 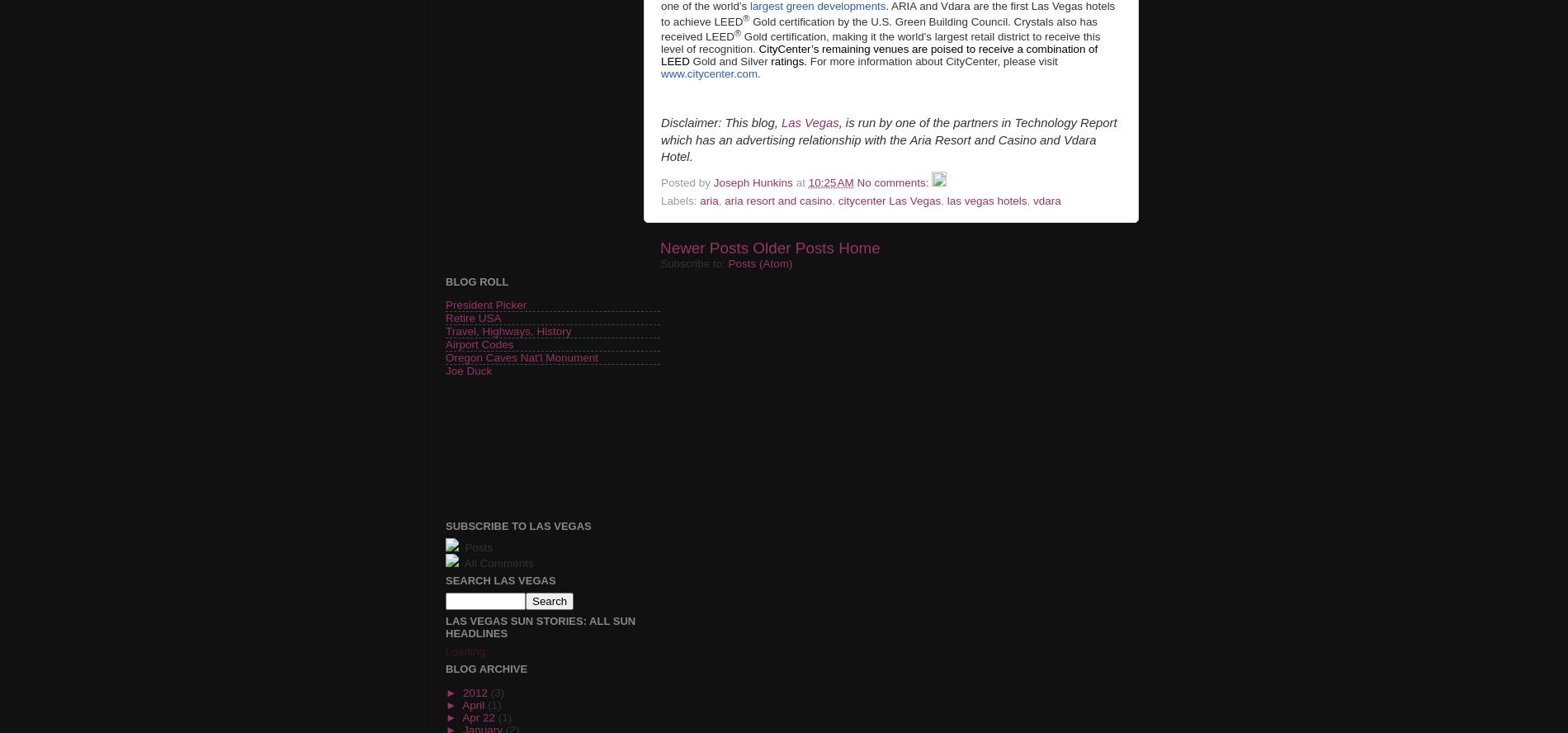 What do you see at coordinates (692, 262) in the screenshot?
I see `'Subscribe to:'` at bounding box center [692, 262].